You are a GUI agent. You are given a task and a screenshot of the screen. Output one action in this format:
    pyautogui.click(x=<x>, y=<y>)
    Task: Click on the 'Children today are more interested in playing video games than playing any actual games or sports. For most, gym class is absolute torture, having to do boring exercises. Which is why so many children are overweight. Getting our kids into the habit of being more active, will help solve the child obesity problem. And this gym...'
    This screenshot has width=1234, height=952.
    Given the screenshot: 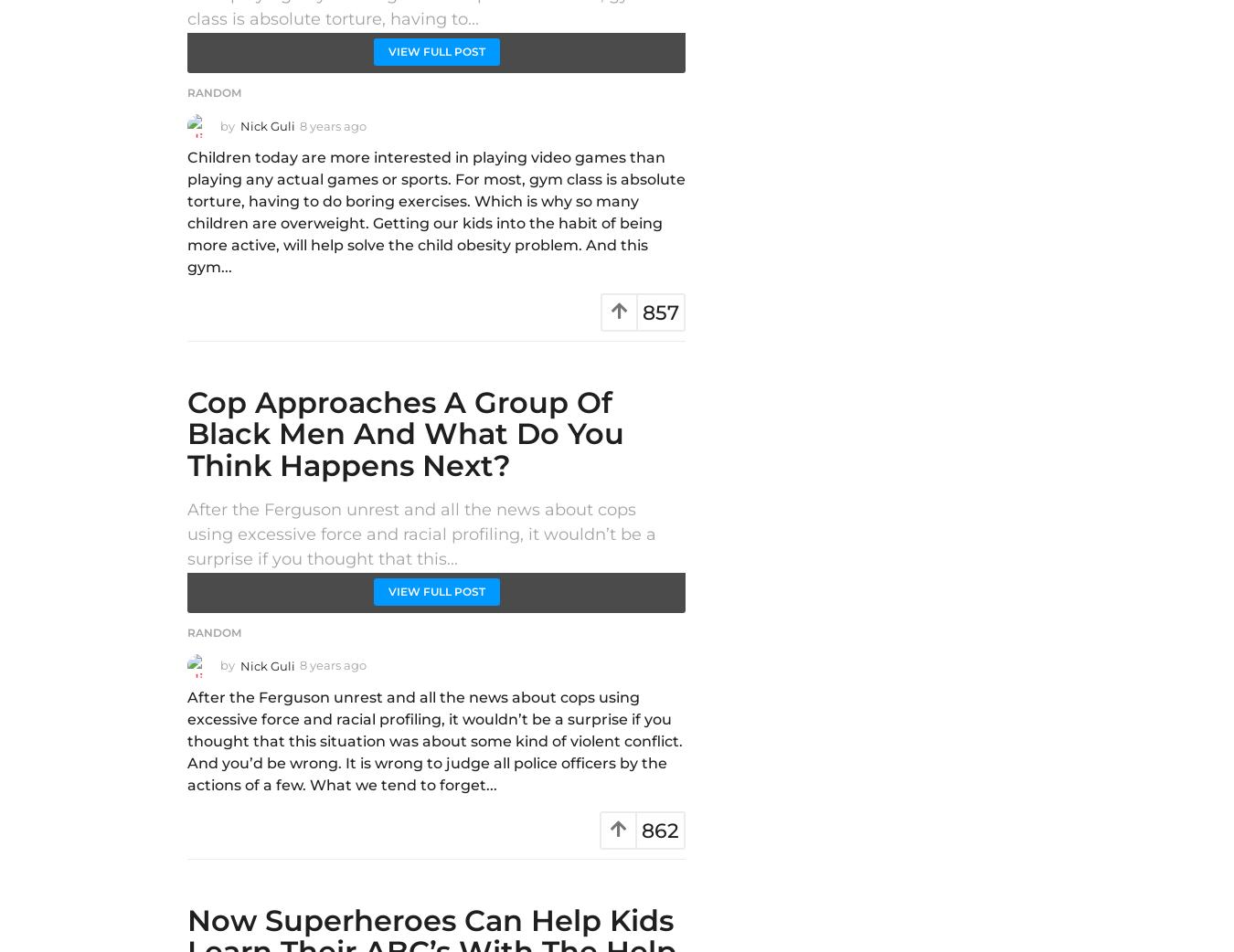 What is the action you would take?
    pyautogui.click(x=435, y=211)
    